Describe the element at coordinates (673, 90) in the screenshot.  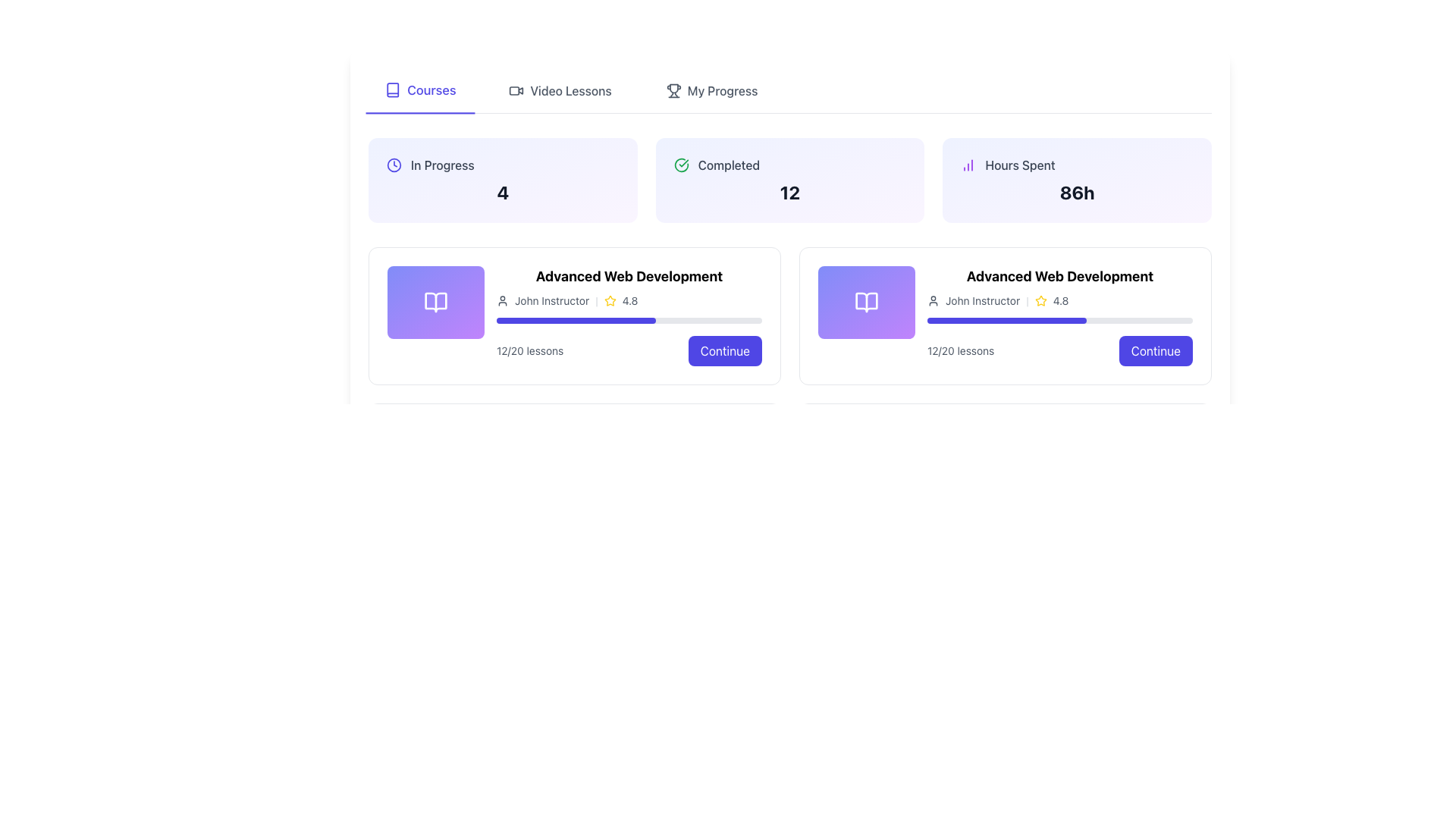
I see `the trophy icon located to the left of the text 'My Progress' in the navigation section` at that location.